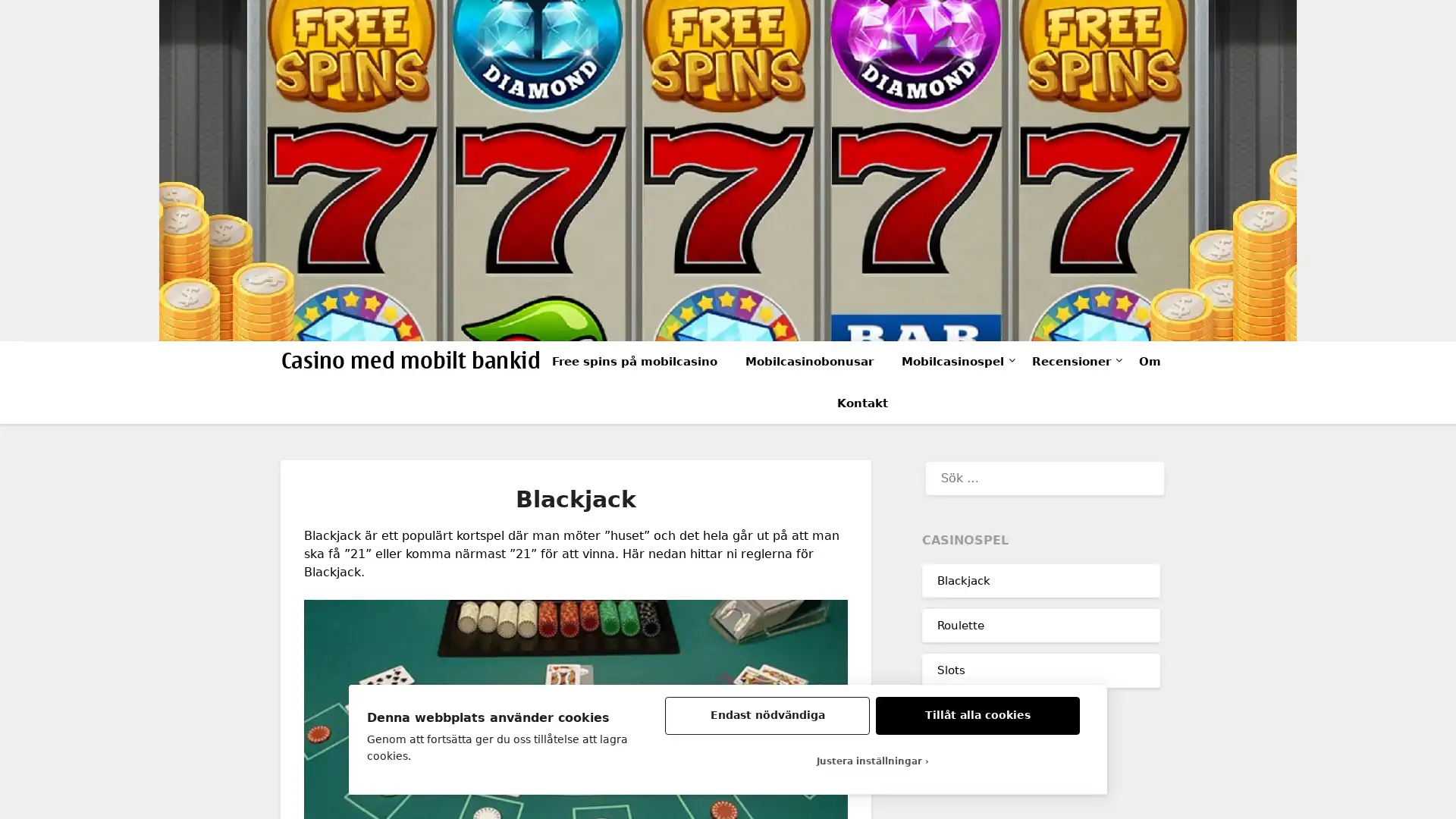 This screenshot has width=1456, height=819. I want to click on Endast nodvandiga, so click(767, 716).